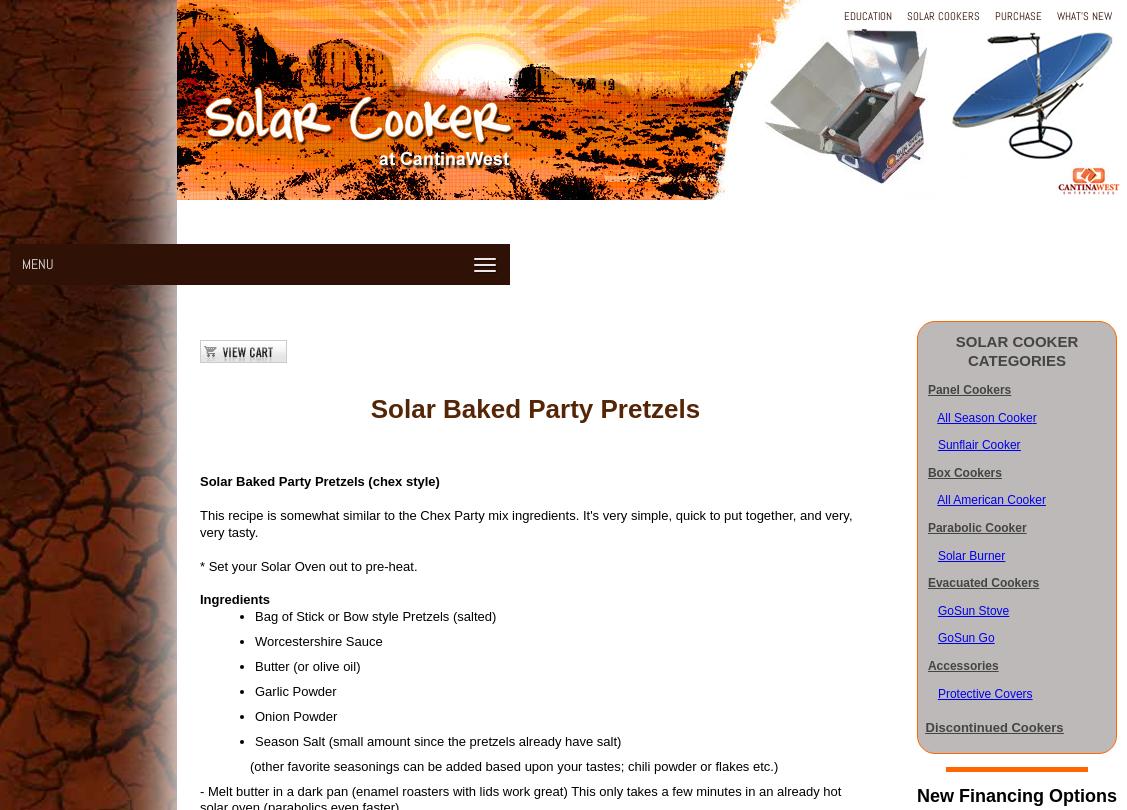 The width and height of the screenshot is (1127, 810). What do you see at coordinates (970, 555) in the screenshot?
I see `'Solar Burner'` at bounding box center [970, 555].